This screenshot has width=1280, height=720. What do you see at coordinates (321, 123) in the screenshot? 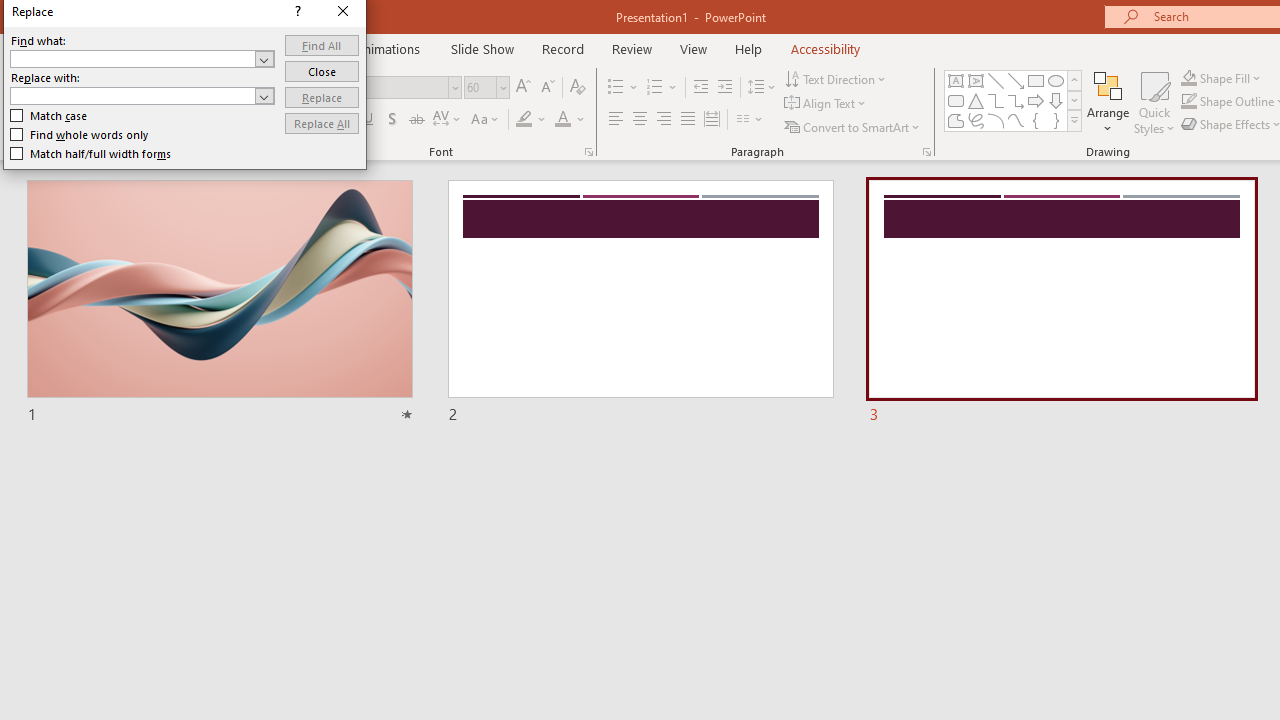
I see `'Replace All'` at bounding box center [321, 123].